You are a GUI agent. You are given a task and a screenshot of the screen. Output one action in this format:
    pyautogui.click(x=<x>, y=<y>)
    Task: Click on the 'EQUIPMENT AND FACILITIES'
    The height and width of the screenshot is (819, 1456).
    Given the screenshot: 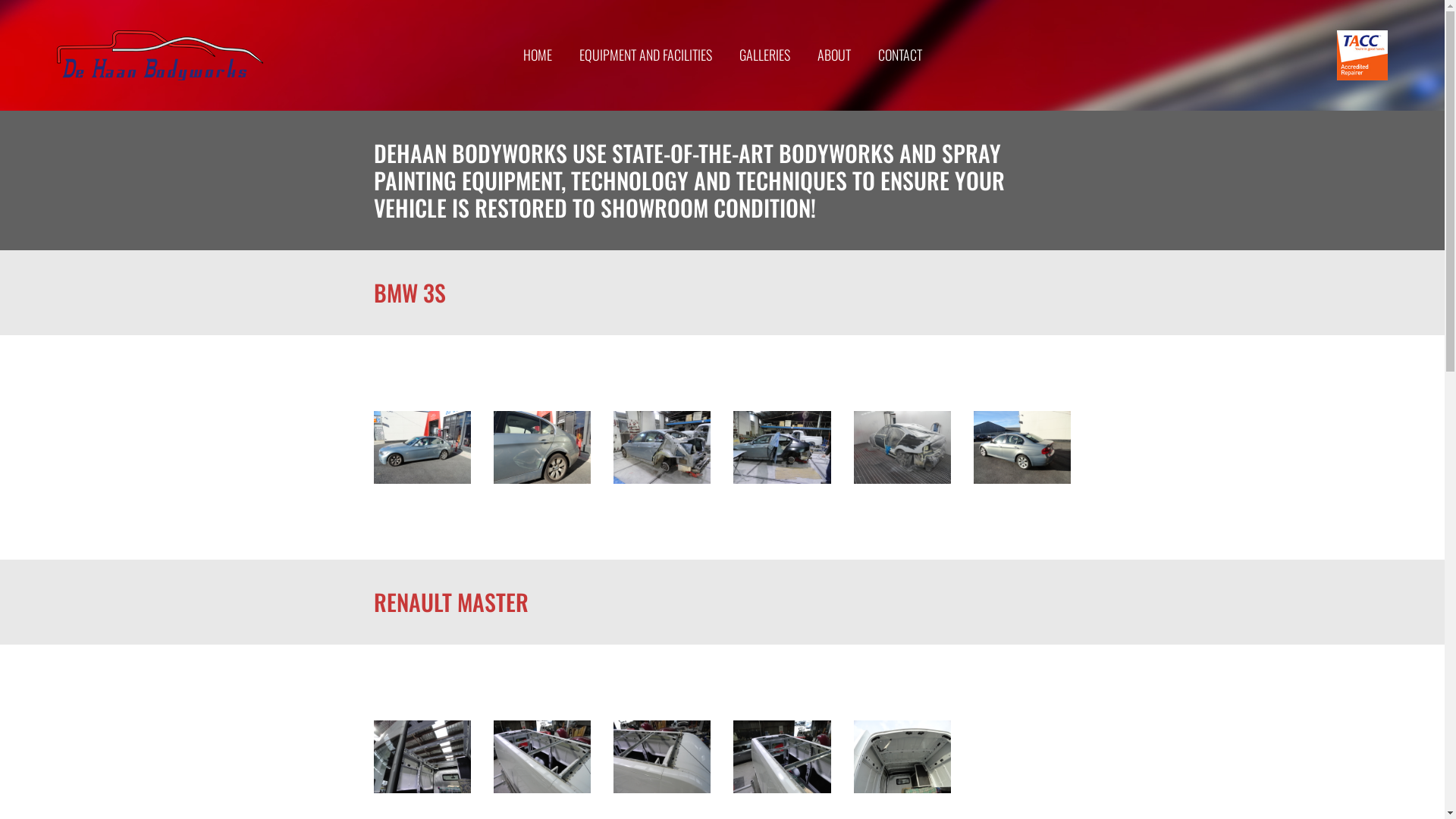 What is the action you would take?
    pyautogui.click(x=645, y=54)
    